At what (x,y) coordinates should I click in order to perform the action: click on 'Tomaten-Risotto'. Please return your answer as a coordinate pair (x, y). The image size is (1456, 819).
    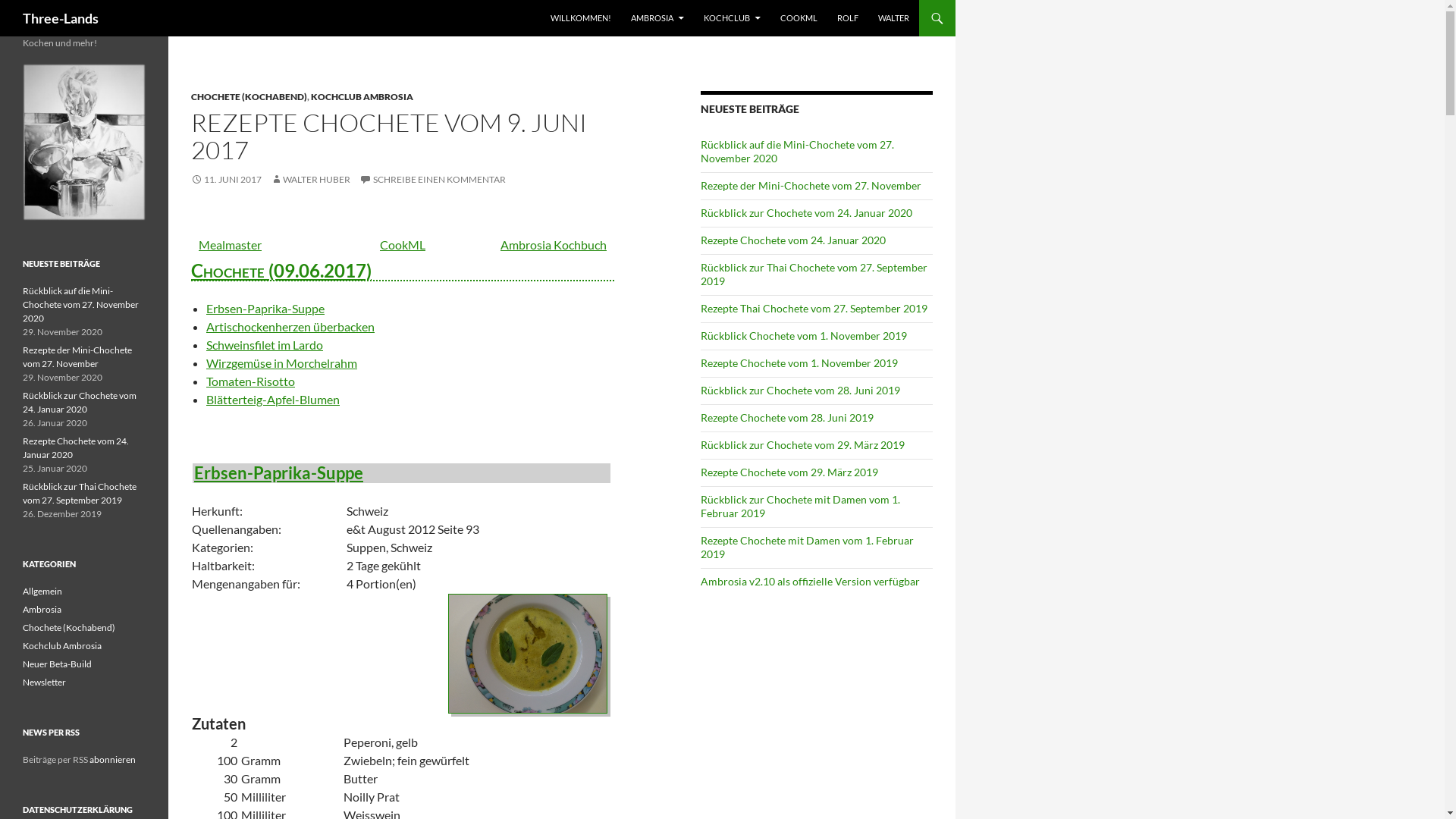
    Looking at the image, I should click on (206, 380).